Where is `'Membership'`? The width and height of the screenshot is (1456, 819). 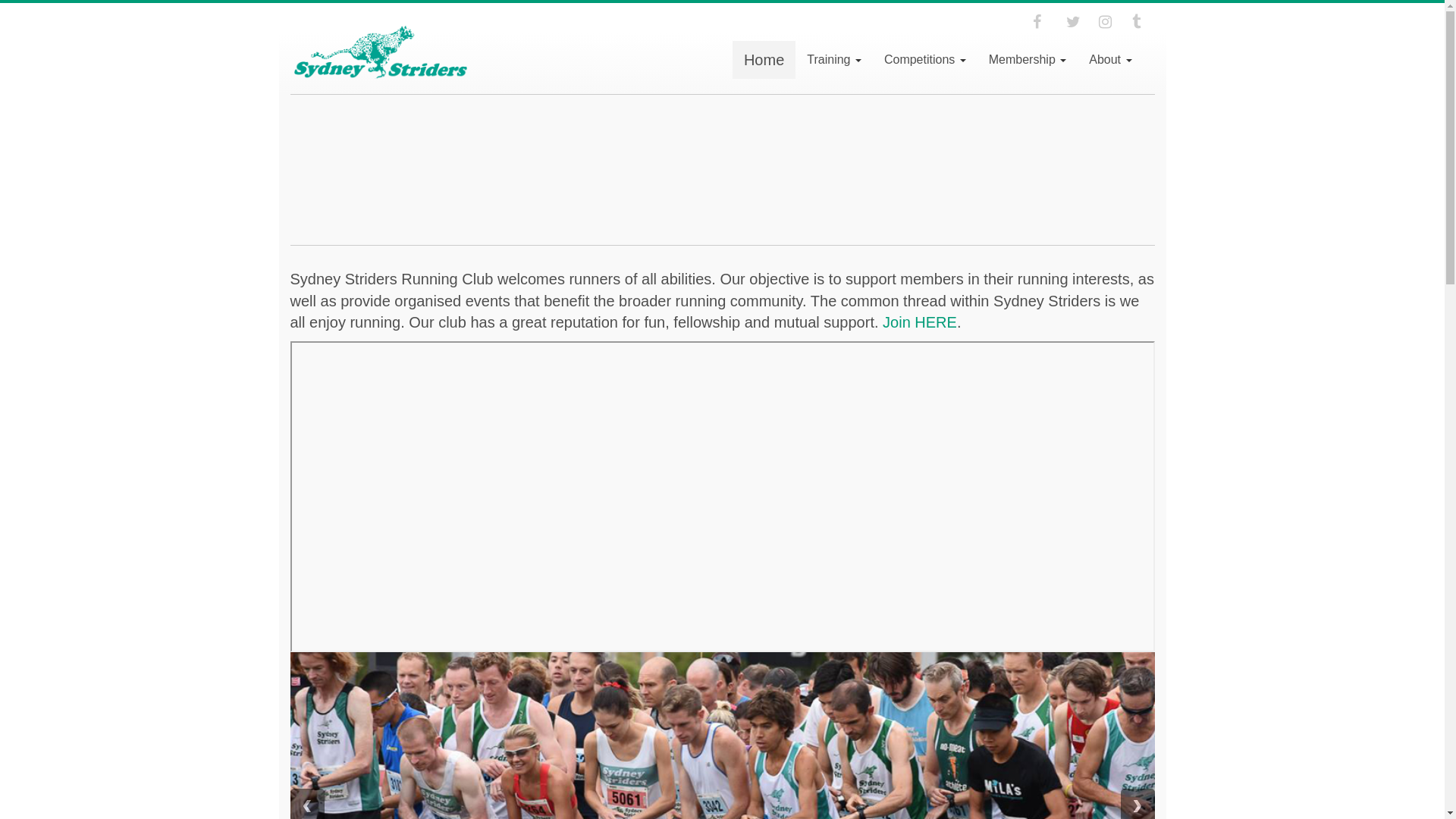 'Membership' is located at coordinates (977, 58).